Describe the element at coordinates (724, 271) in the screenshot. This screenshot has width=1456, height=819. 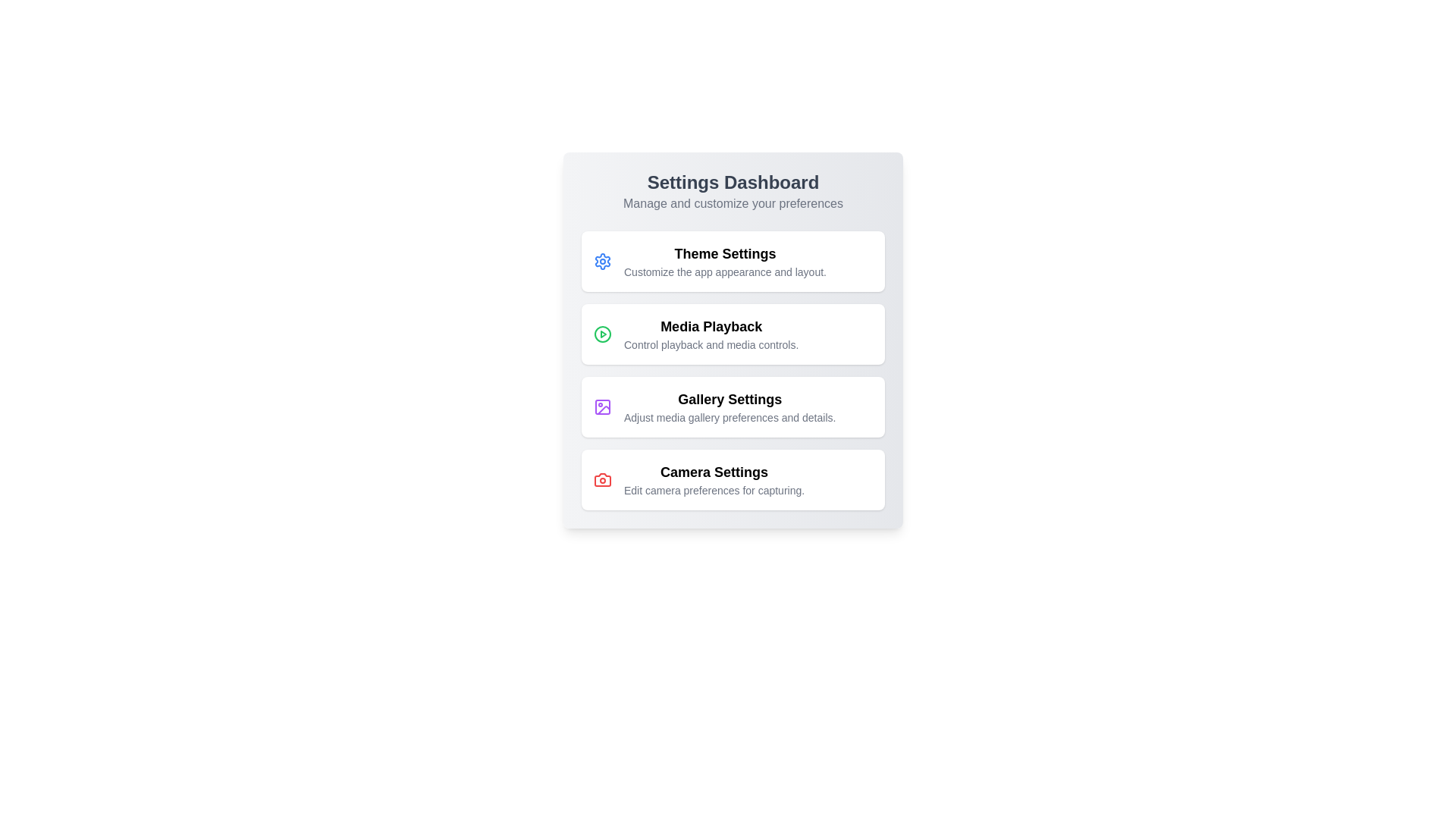
I see `the descriptive subtitle element located directly below the 'Theme Settings' header, which indicates its purpose in customizing app appearance and layout` at that location.